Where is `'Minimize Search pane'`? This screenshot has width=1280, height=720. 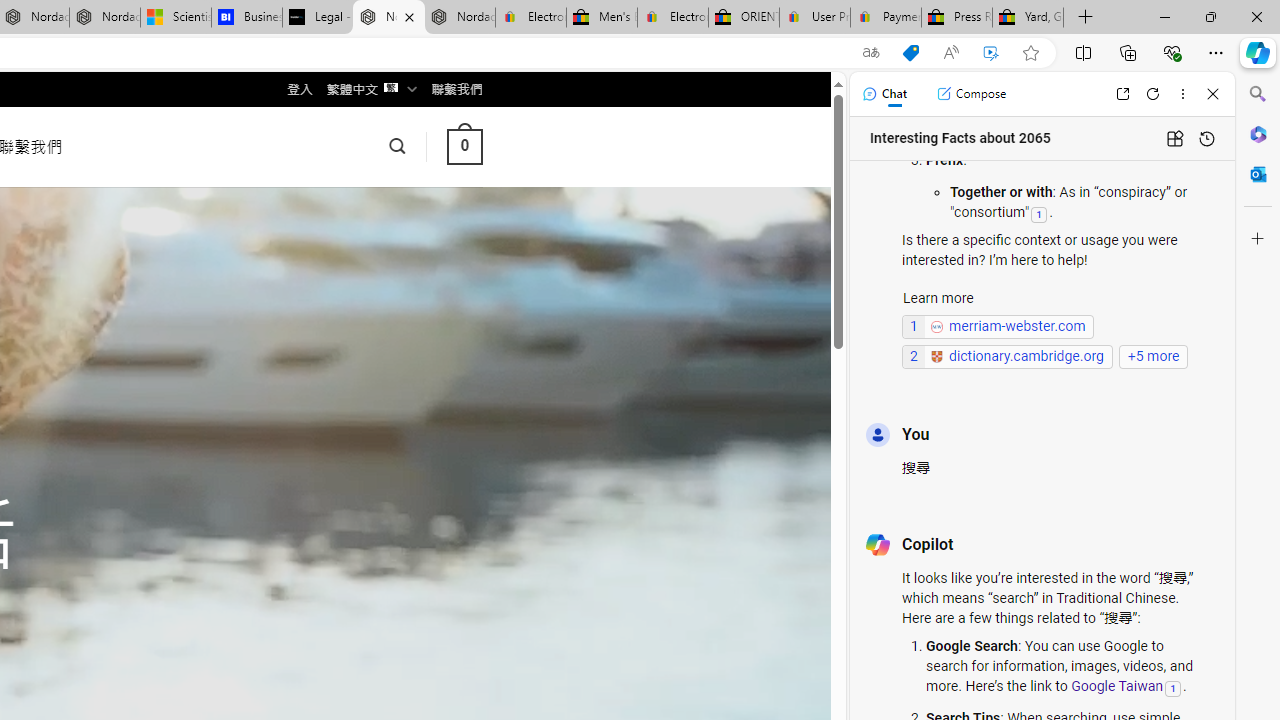
'Minimize Search pane' is located at coordinates (1257, 94).